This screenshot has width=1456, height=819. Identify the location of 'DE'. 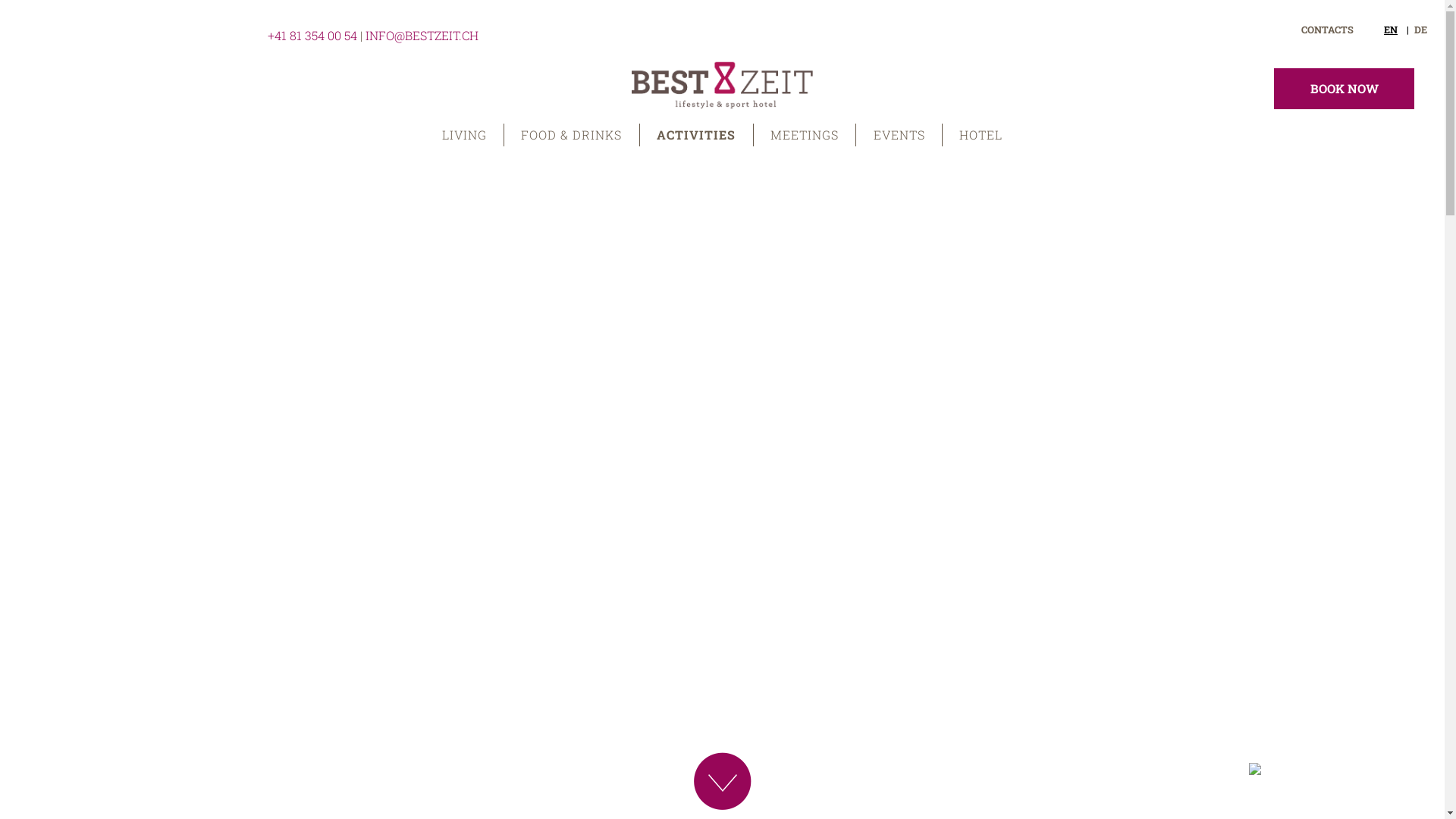
(1395, 29).